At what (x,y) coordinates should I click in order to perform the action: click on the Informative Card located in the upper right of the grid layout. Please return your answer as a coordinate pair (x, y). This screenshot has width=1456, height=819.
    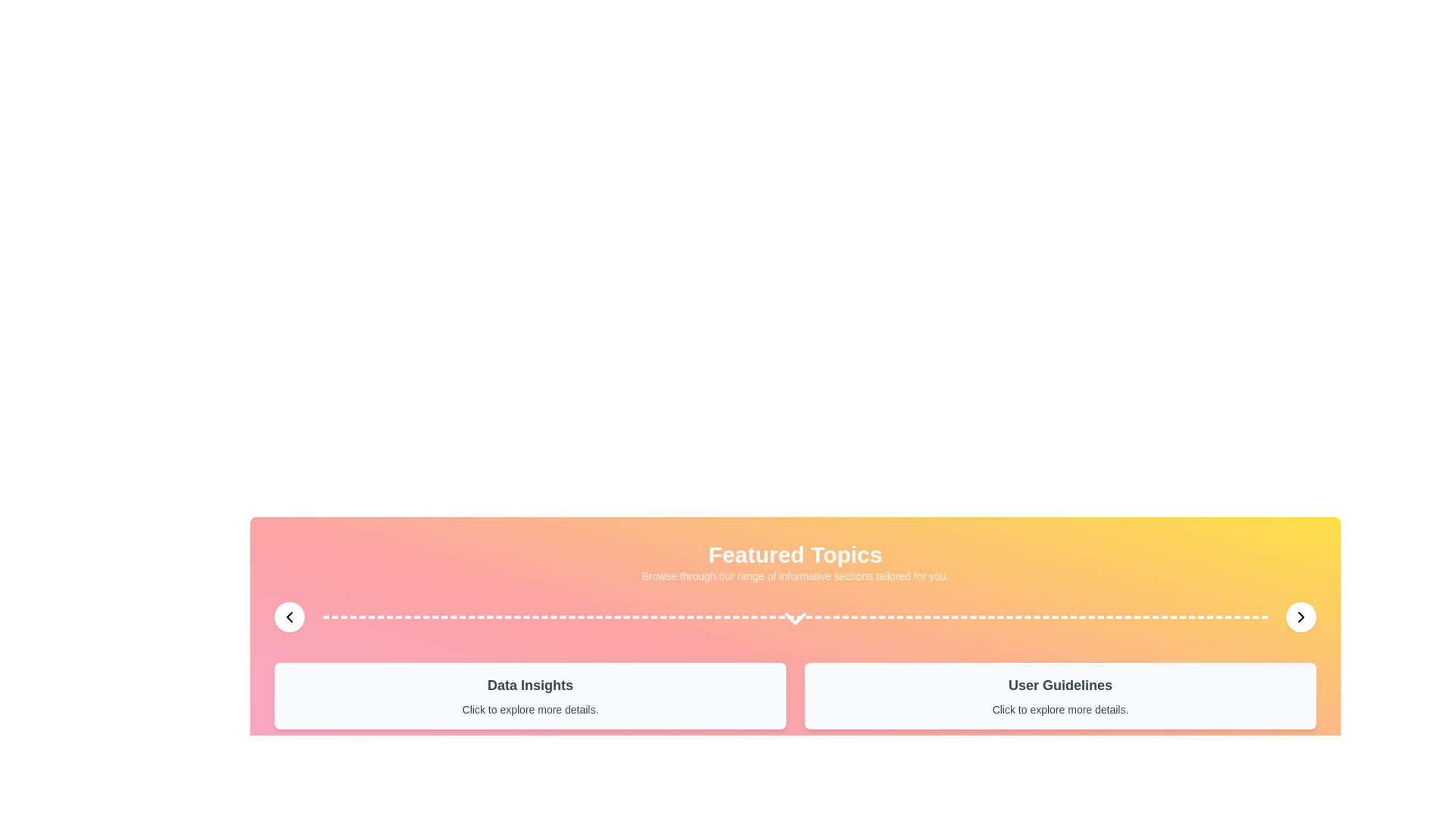
    Looking at the image, I should click on (1059, 696).